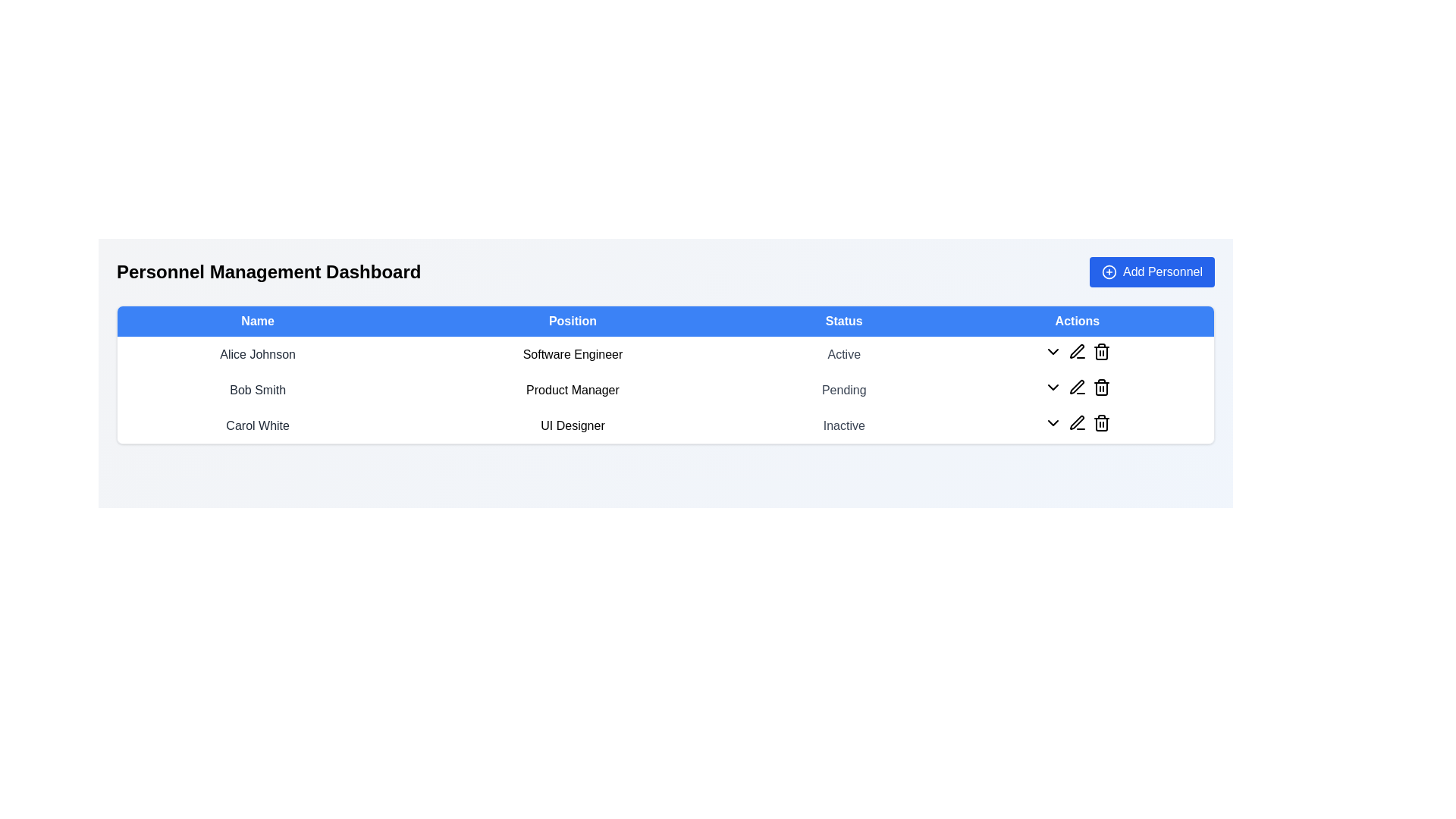 This screenshot has height=819, width=1456. What do you see at coordinates (666, 354) in the screenshot?
I see `the text row entry for 'Alice Johnson', a personnel entry in the first row of the table` at bounding box center [666, 354].